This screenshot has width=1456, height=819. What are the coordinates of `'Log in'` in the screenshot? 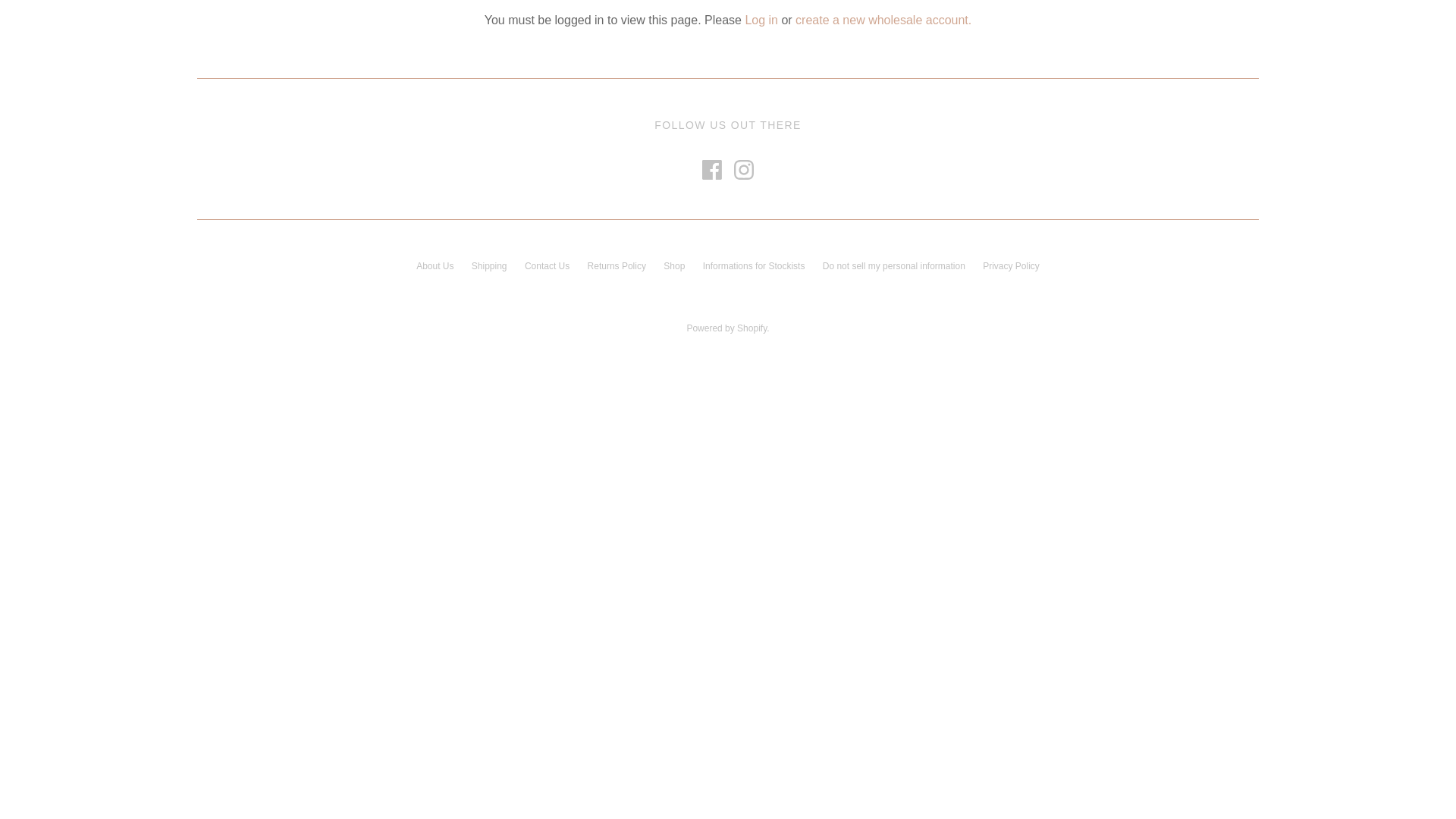 It's located at (745, 20).